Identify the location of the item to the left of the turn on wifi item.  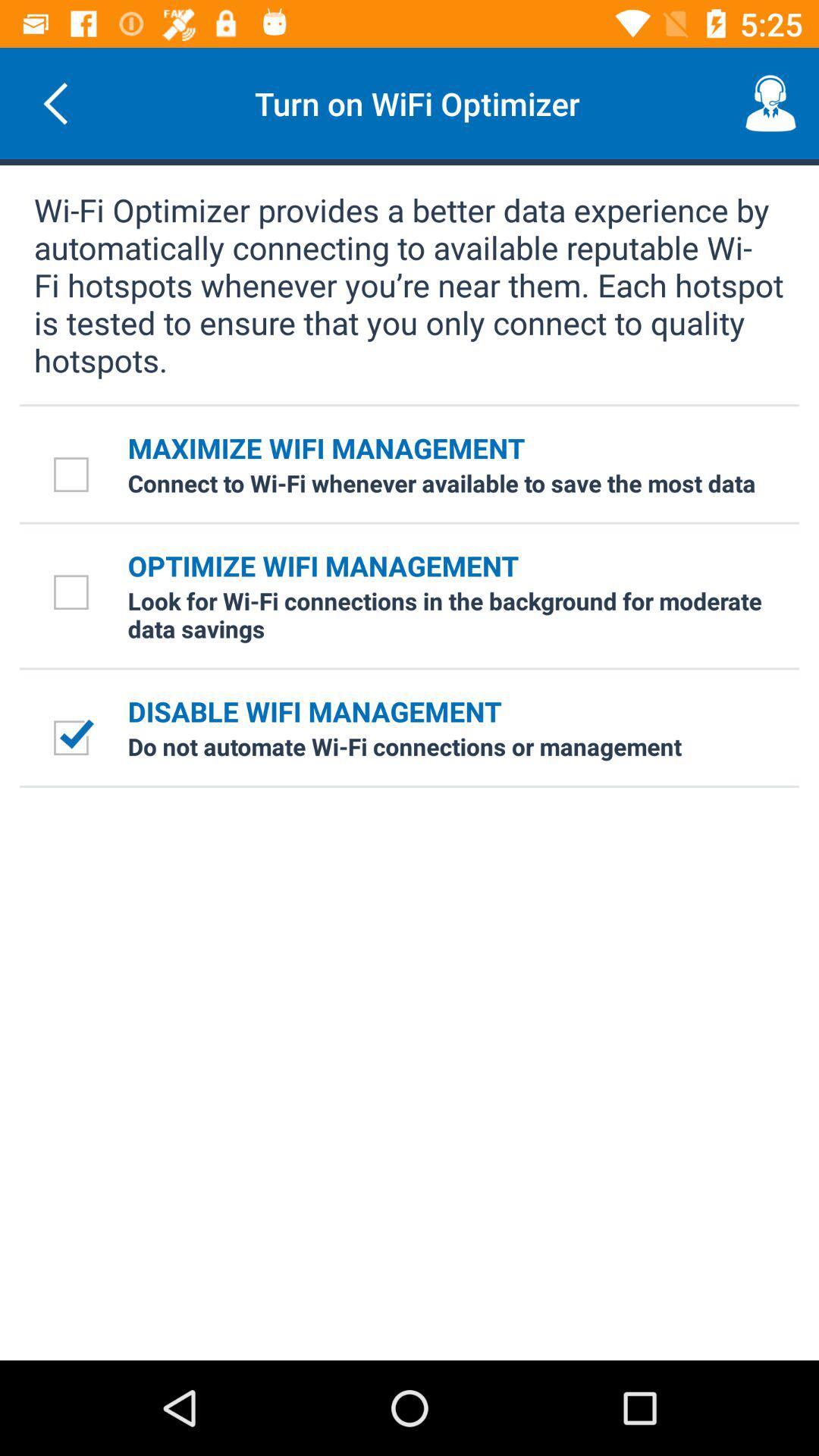
(55, 102).